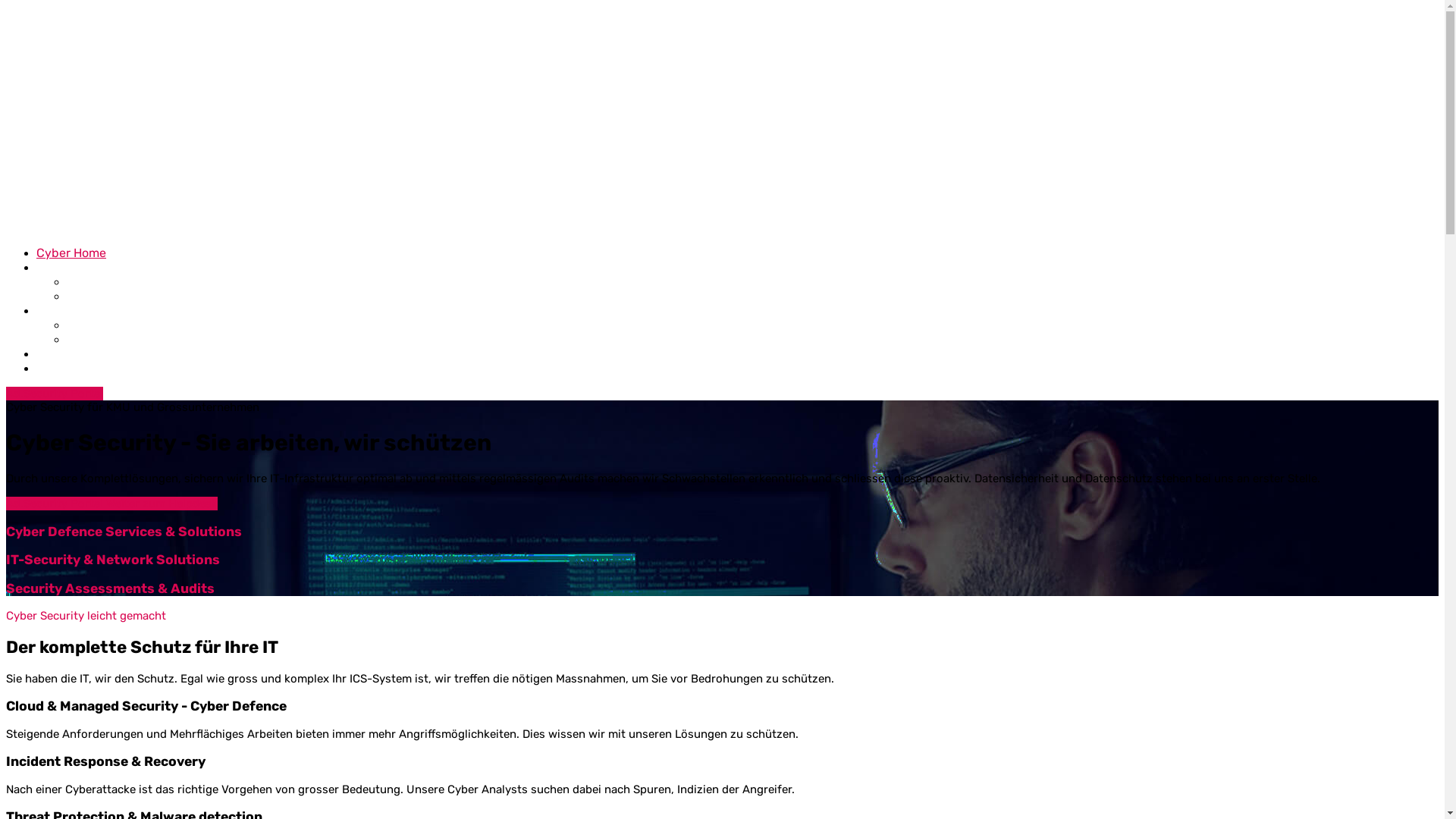  Describe the element at coordinates (65, 324) in the screenshot. I see `'M365 Security'` at that location.